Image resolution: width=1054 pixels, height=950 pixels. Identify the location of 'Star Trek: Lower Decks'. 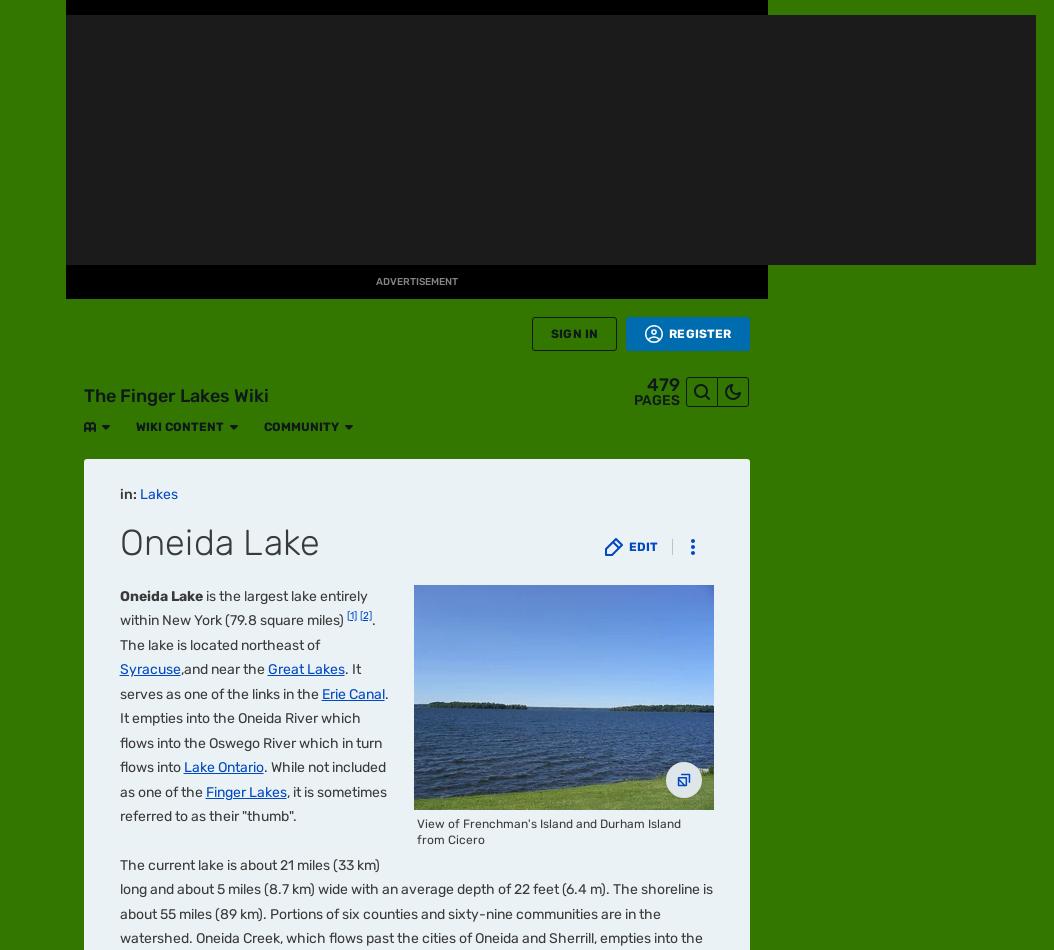
(340, 652).